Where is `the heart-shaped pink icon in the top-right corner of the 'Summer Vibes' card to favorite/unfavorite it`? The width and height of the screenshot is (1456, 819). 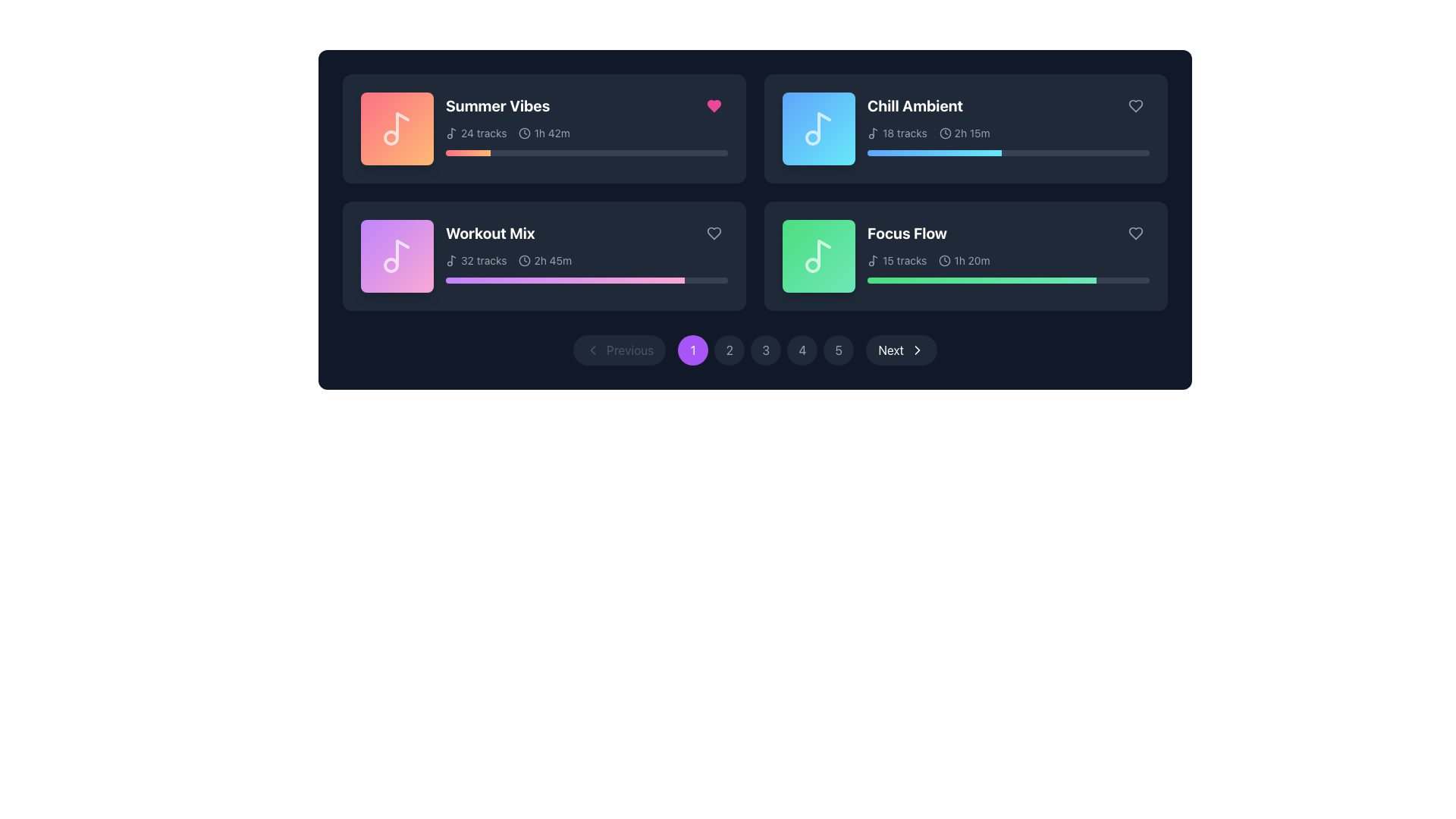 the heart-shaped pink icon in the top-right corner of the 'Summer Vibes' card to favorite/unfavorite it is located at coordinates (713, 105).